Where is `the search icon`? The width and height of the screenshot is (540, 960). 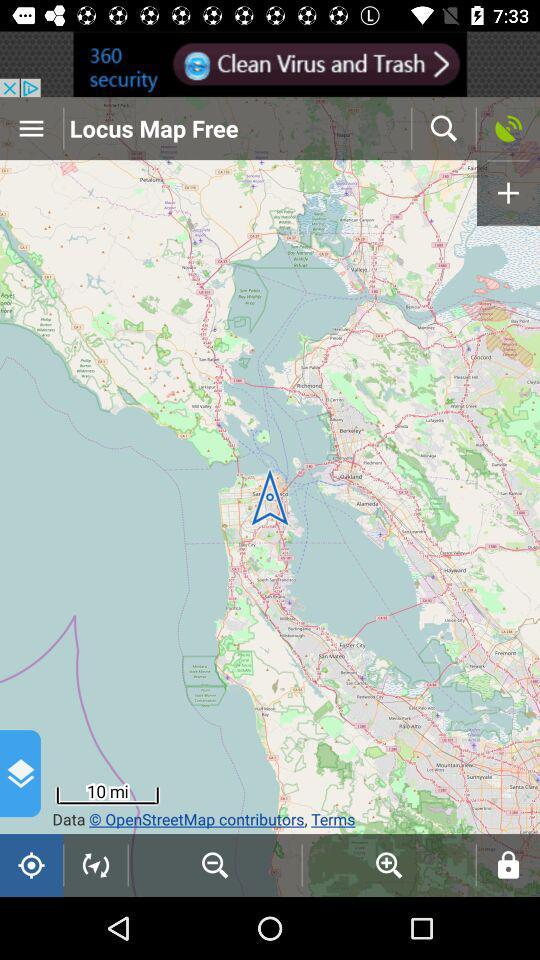
the search icon is located at coordinates (443, 127).